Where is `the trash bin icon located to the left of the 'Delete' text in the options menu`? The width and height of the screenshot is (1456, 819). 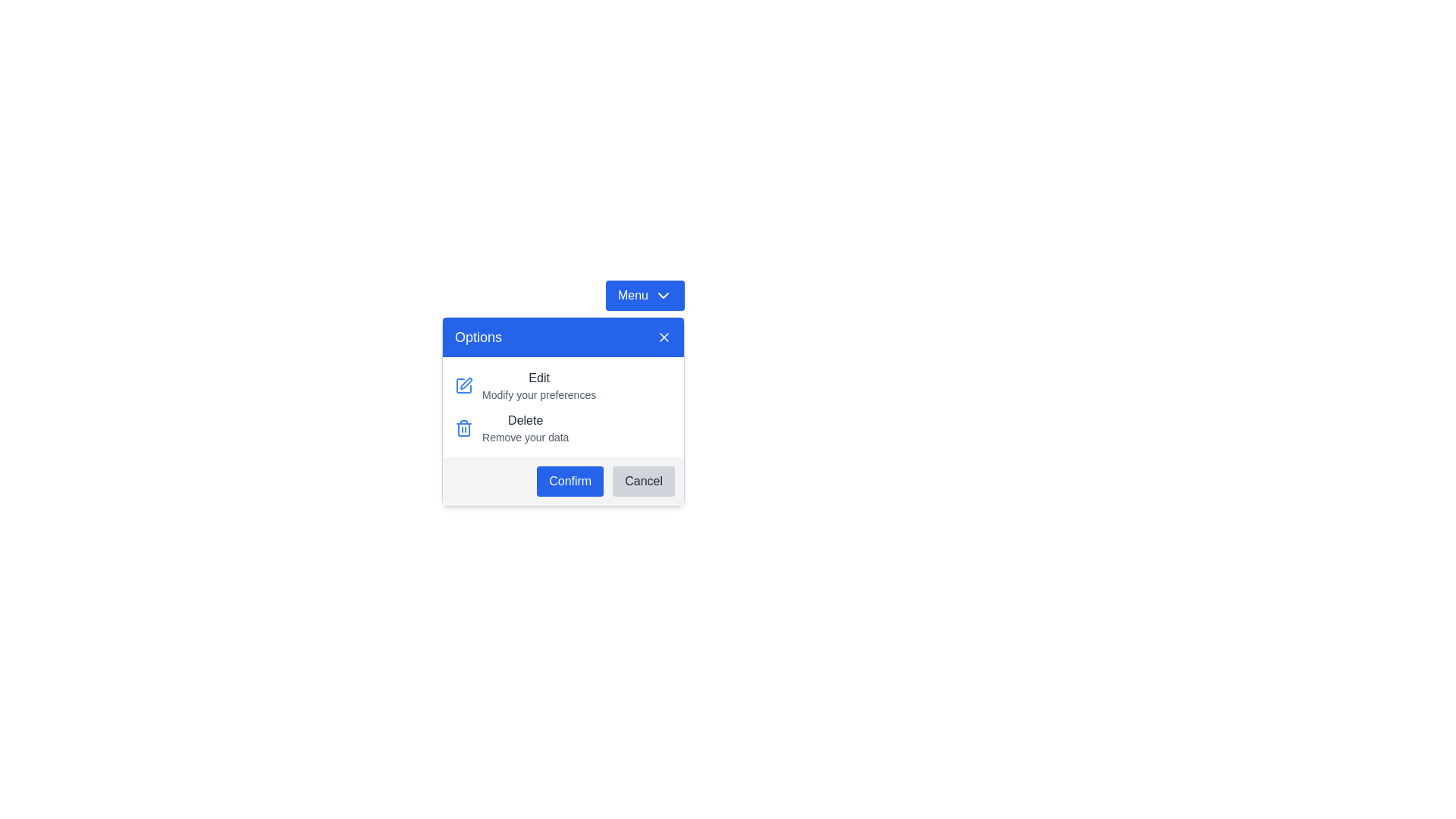 the trash bin icon located to the left of the 'Delete' text in the options menu is located at coordinates (463, 430).